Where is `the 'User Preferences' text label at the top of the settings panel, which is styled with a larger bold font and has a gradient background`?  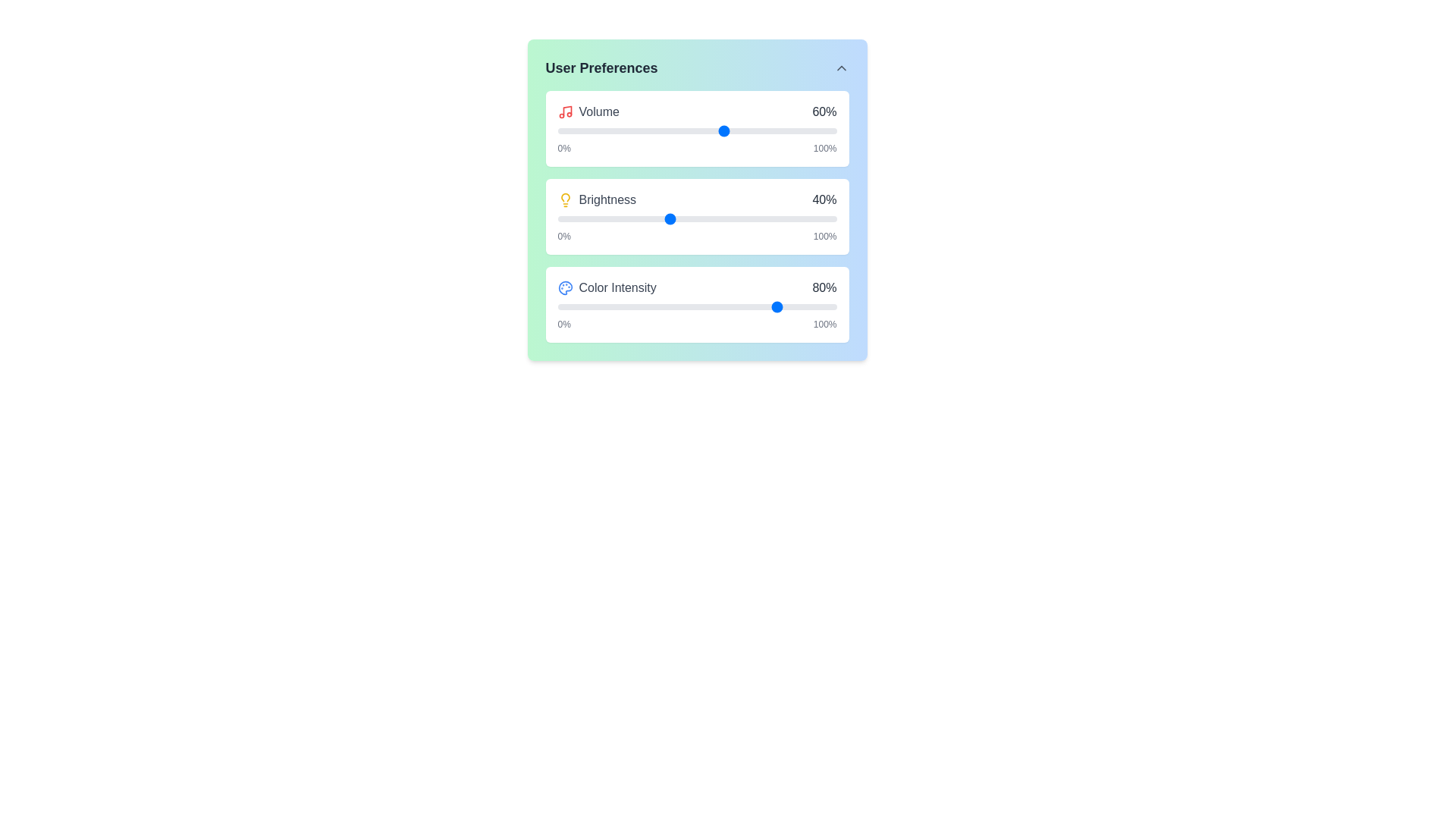
the 'User Preferences' text label at the top of the settings panel, which is styled with a larger bold font and has a gradient background is located at coordinates (601, 67).